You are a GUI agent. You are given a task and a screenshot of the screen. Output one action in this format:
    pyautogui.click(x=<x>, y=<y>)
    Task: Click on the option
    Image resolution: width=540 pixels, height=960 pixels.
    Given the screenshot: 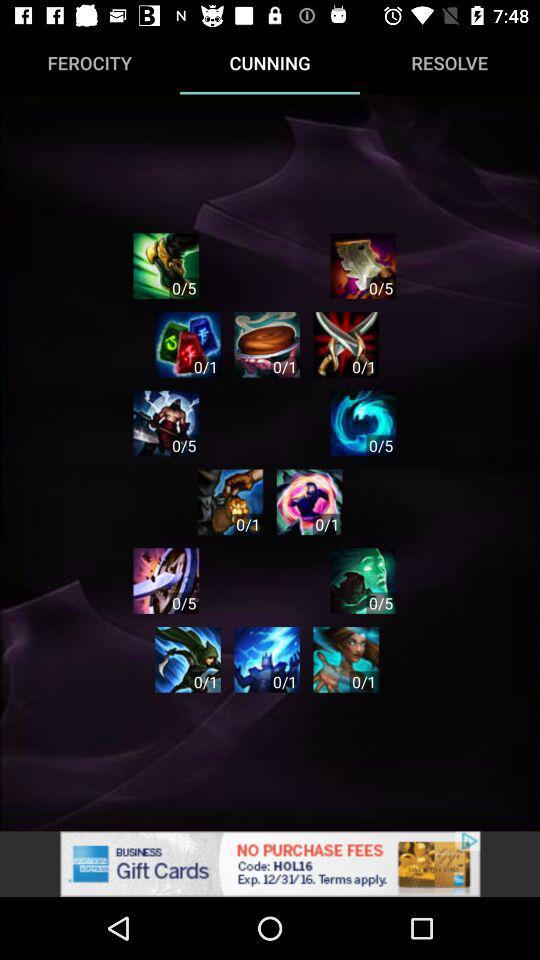 What is the action you would take?
    pyautogui.click(x=345, y=658)
    